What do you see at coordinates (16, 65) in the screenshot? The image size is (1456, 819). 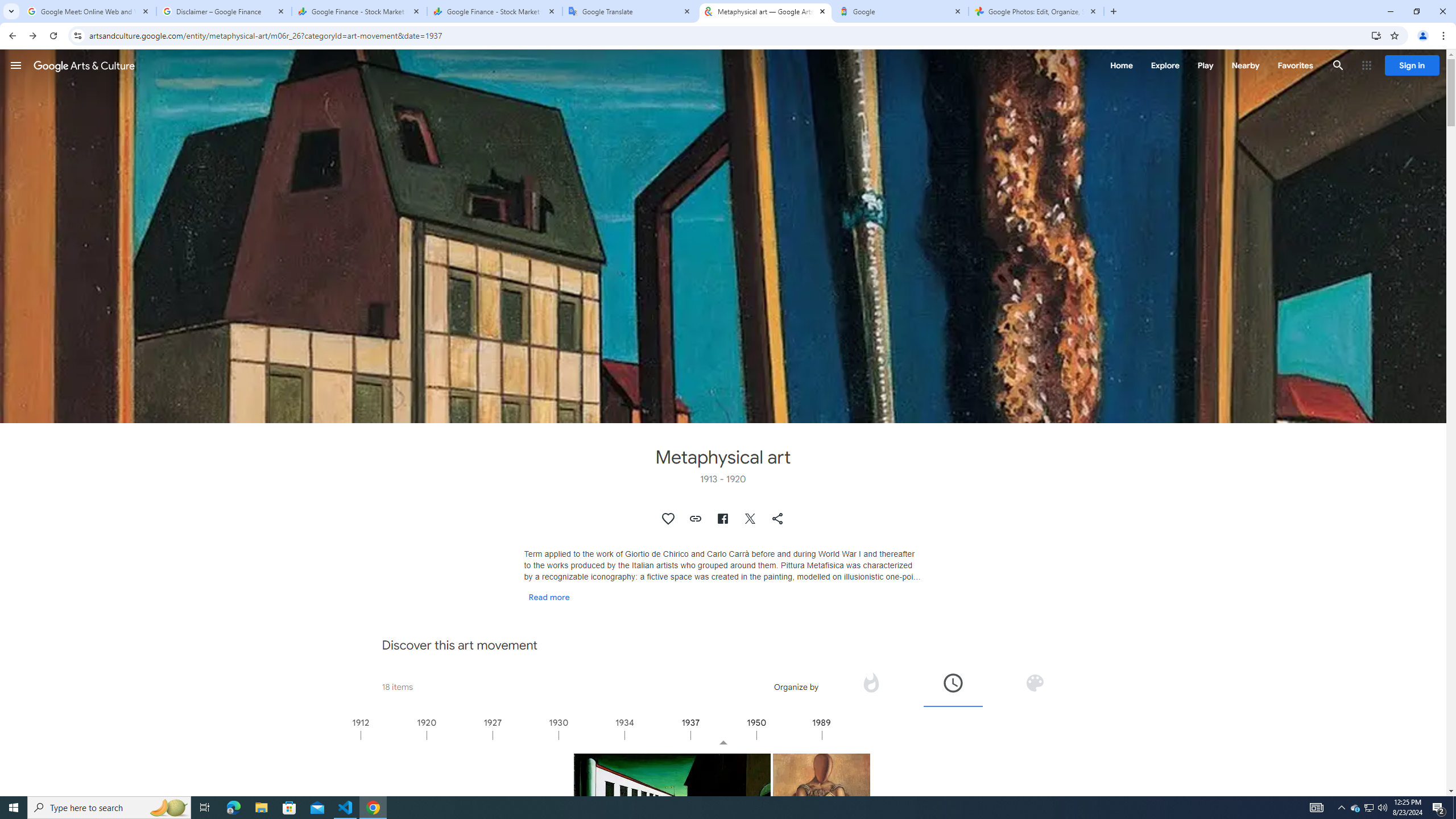 I see `'Menu'` at bounding box center [16, 65].